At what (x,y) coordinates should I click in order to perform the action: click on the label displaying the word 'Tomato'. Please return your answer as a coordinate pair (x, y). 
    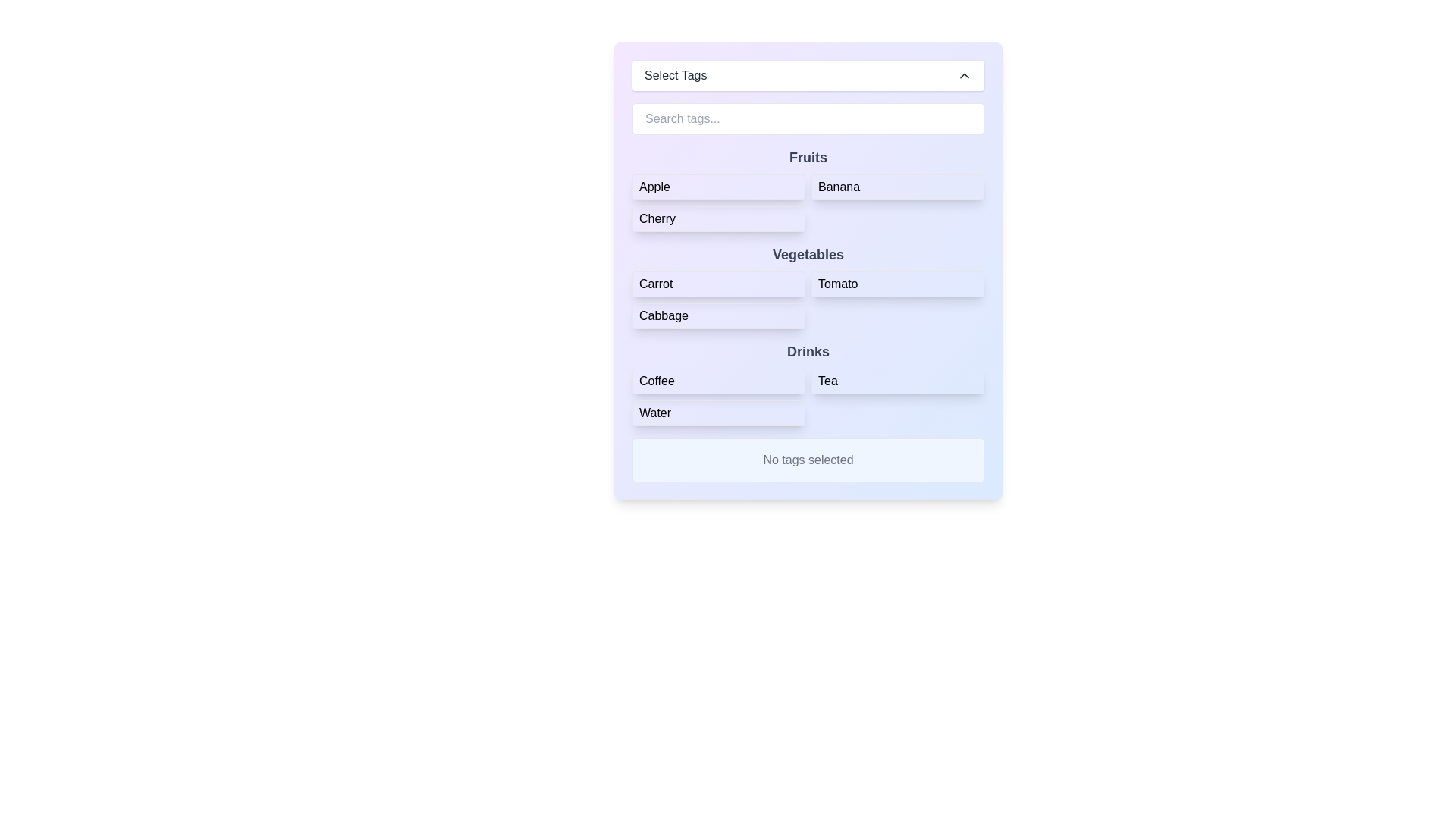
    Looking at the image, I should click on (837, 284).